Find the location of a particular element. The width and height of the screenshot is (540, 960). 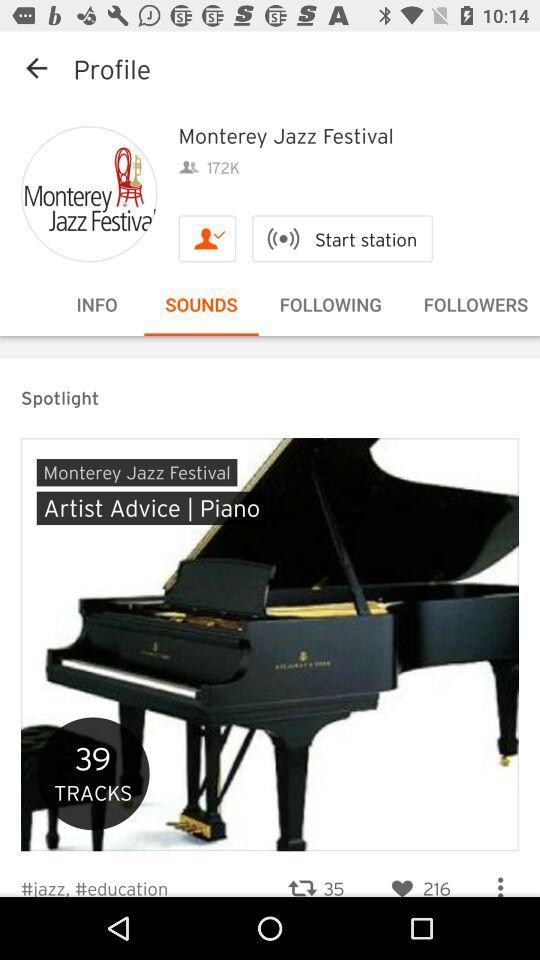

profile picture is located at coordinates (88, 194).